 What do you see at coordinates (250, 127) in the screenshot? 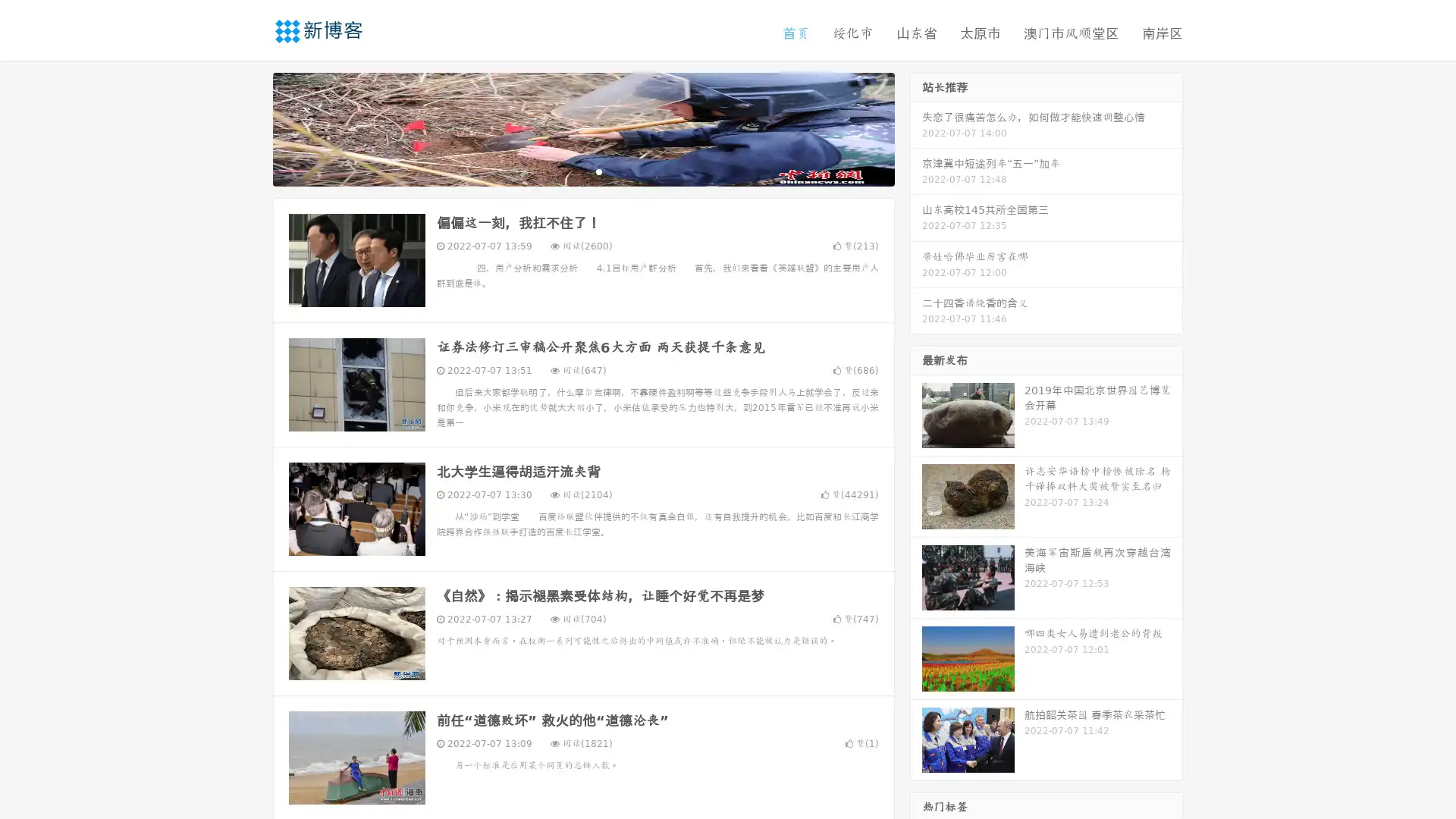
I see `Previous slide` at bounding box center [250, 127].